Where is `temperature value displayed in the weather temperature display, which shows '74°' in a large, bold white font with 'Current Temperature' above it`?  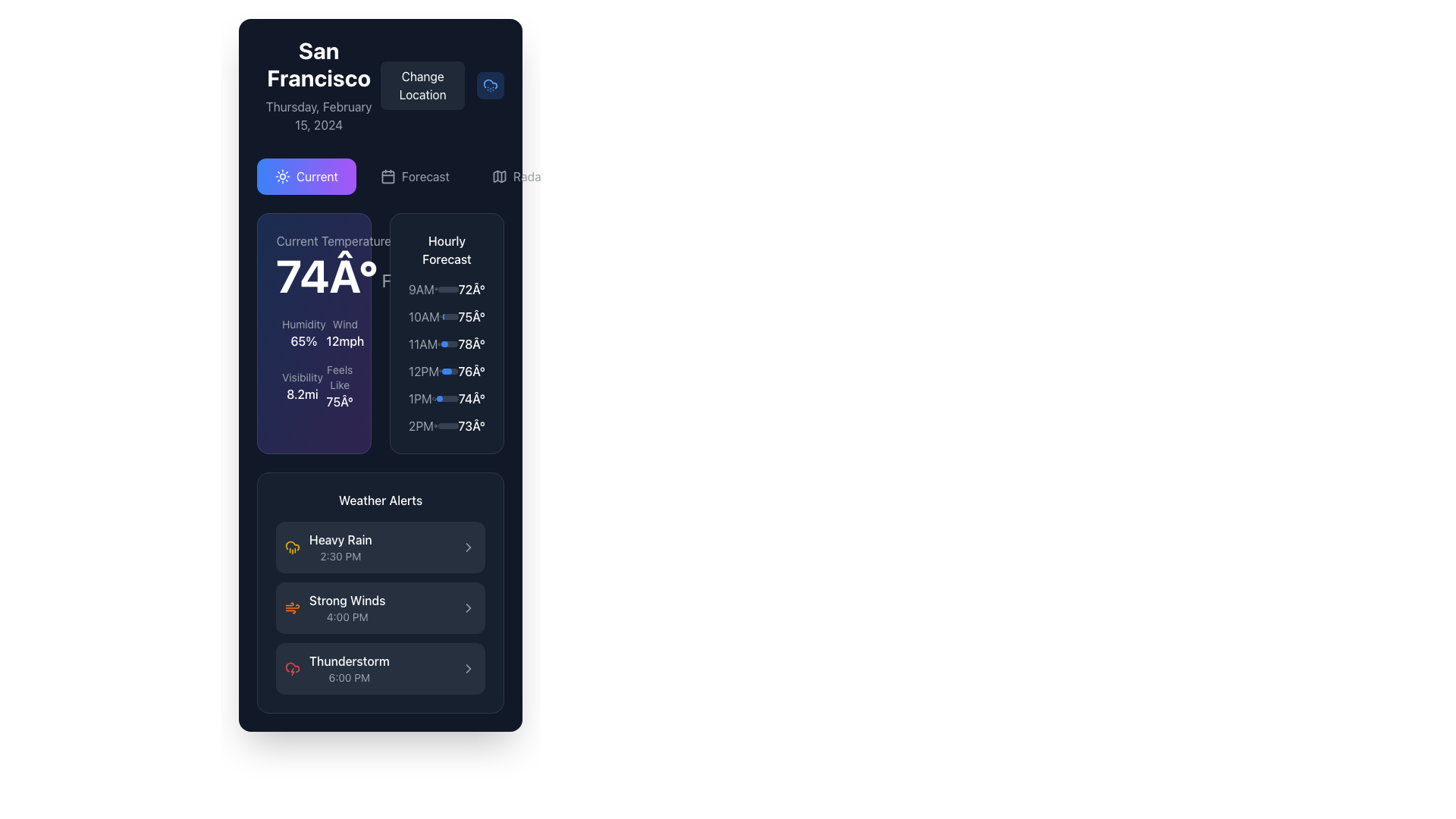
temperature value displayed in the weather temperature display, which shows '74°' in a large, bold white font with 'Current Temperature' above it is located at coordinates (333, 265).